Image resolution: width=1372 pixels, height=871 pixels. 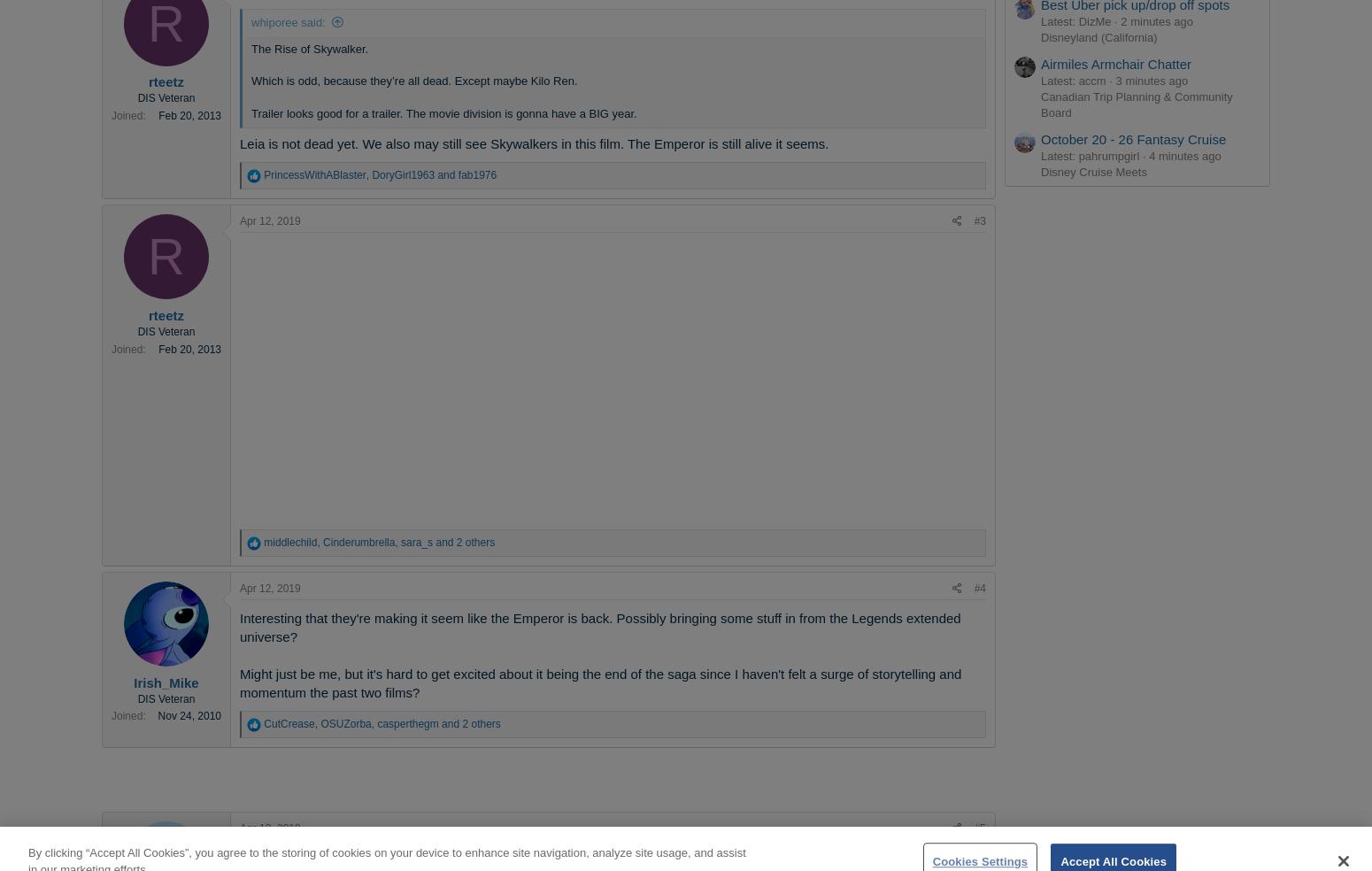 I want to click on 'whiporee said:', so click(x=287, y=20).